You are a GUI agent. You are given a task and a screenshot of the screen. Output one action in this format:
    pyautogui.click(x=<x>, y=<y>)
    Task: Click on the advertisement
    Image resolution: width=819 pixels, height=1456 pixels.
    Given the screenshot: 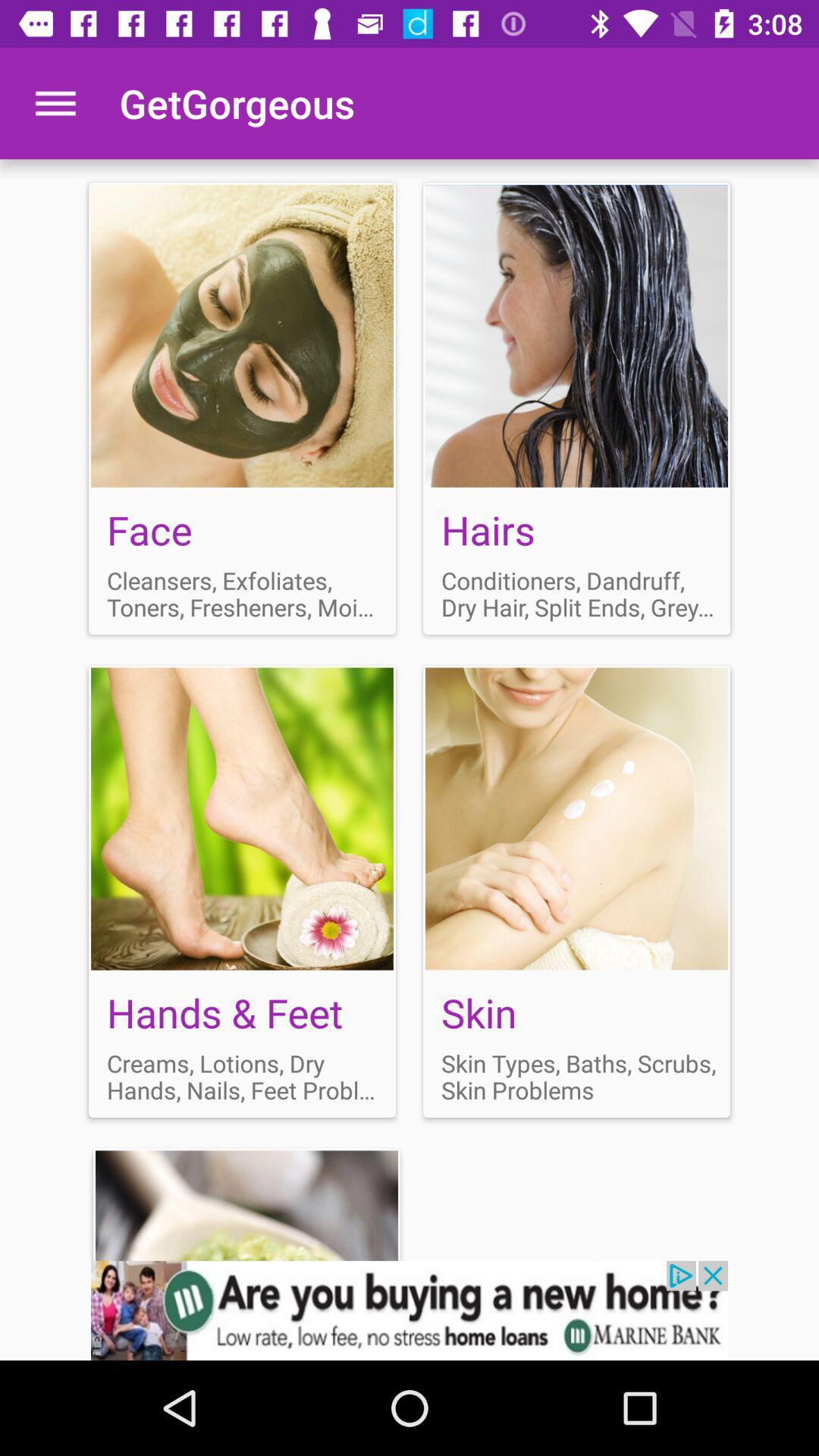 What is the action you would take?
    pyautogui.click(x=241, y=408)
    